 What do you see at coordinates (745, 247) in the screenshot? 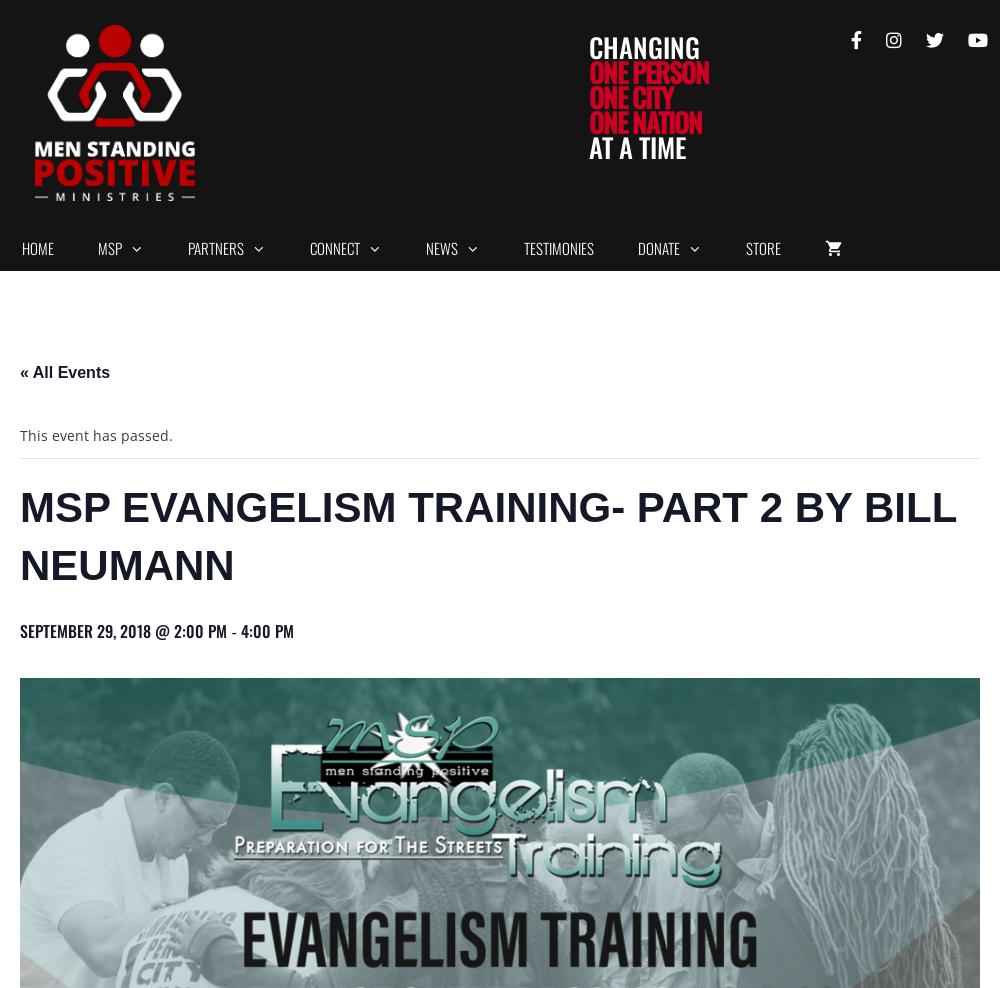
I see `'Store'` at bounding box center [745, 247].